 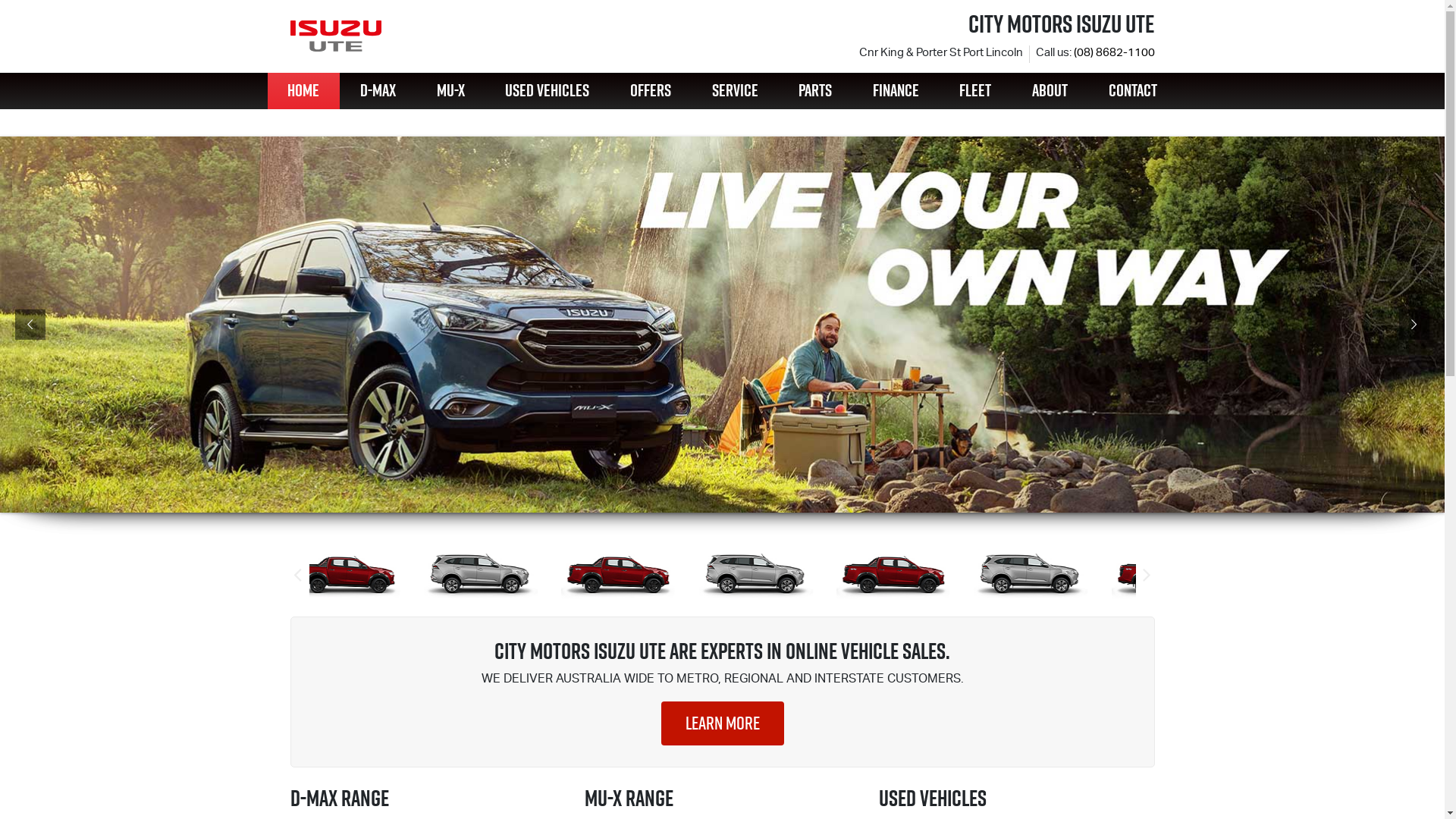 What do you see at coordinates (266, 90) in the screenshot?
I see `'HOME'` at bounding box center [266, 90].